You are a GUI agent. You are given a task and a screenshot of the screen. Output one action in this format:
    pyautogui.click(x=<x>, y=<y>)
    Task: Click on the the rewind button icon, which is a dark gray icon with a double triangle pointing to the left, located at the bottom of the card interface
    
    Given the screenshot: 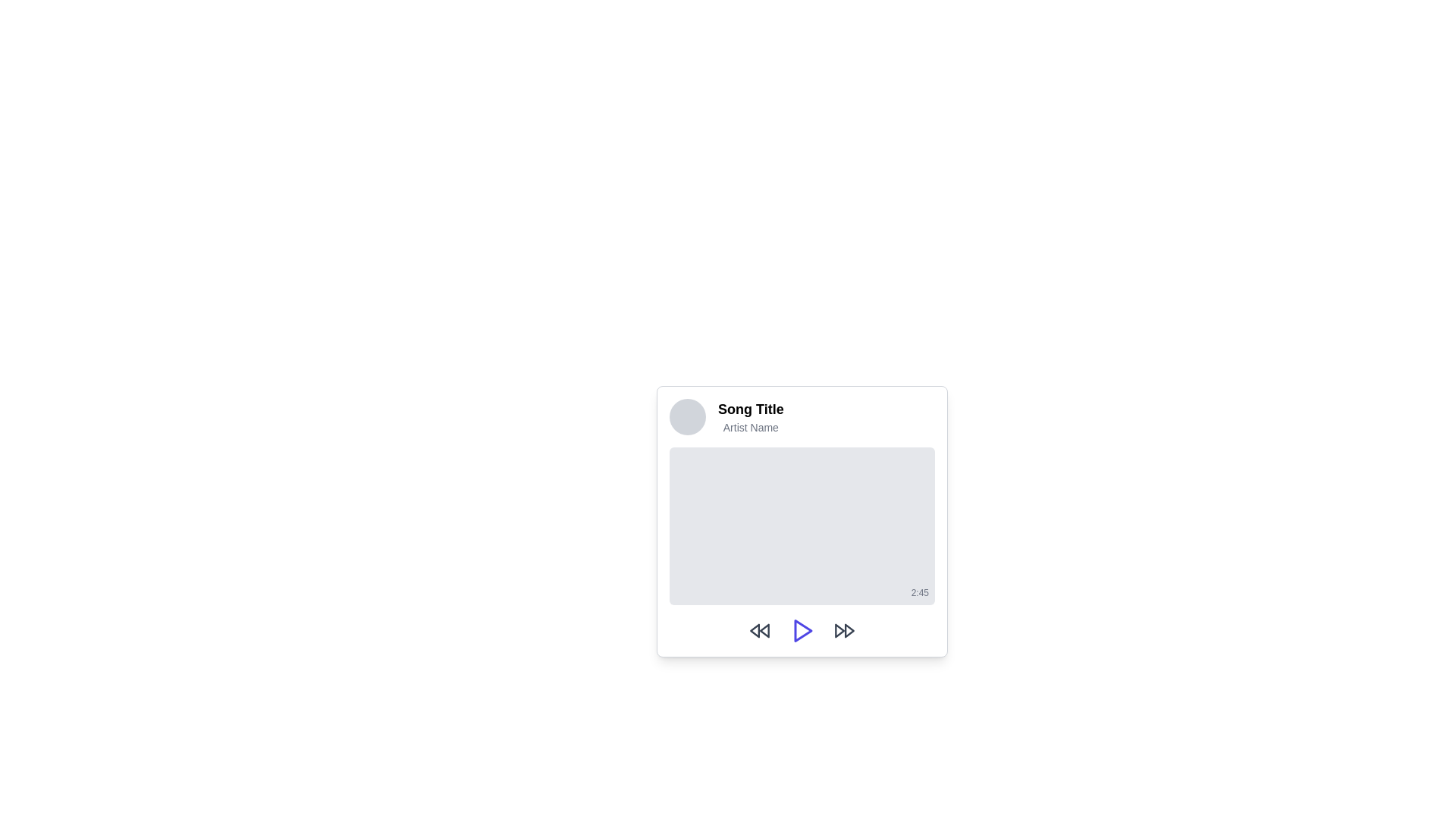 What is the action you would take?
    pyautogui.click(x=760, y=631)
    